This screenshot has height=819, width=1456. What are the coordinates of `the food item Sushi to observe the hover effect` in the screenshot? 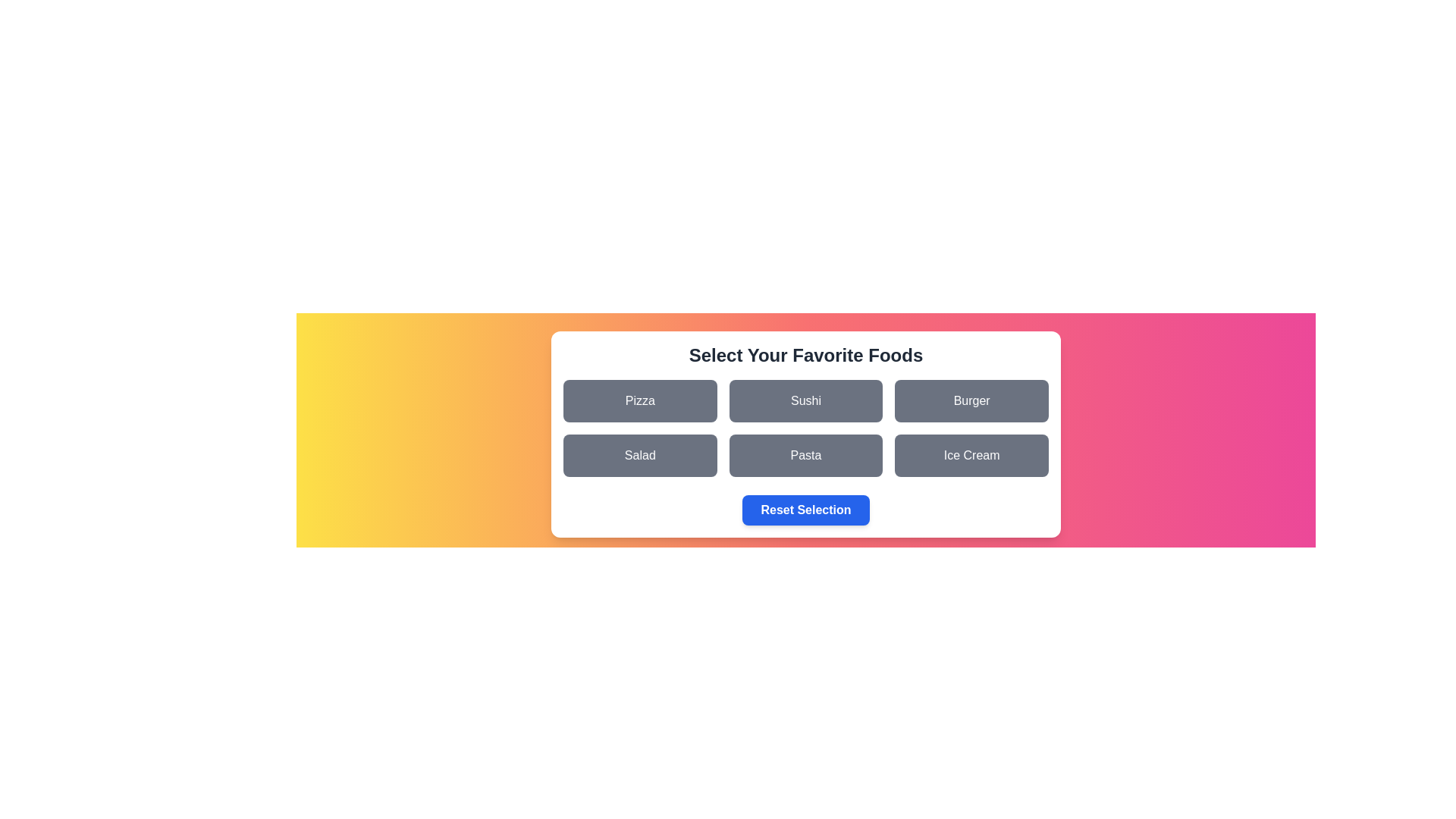 It's located at (805, 400).